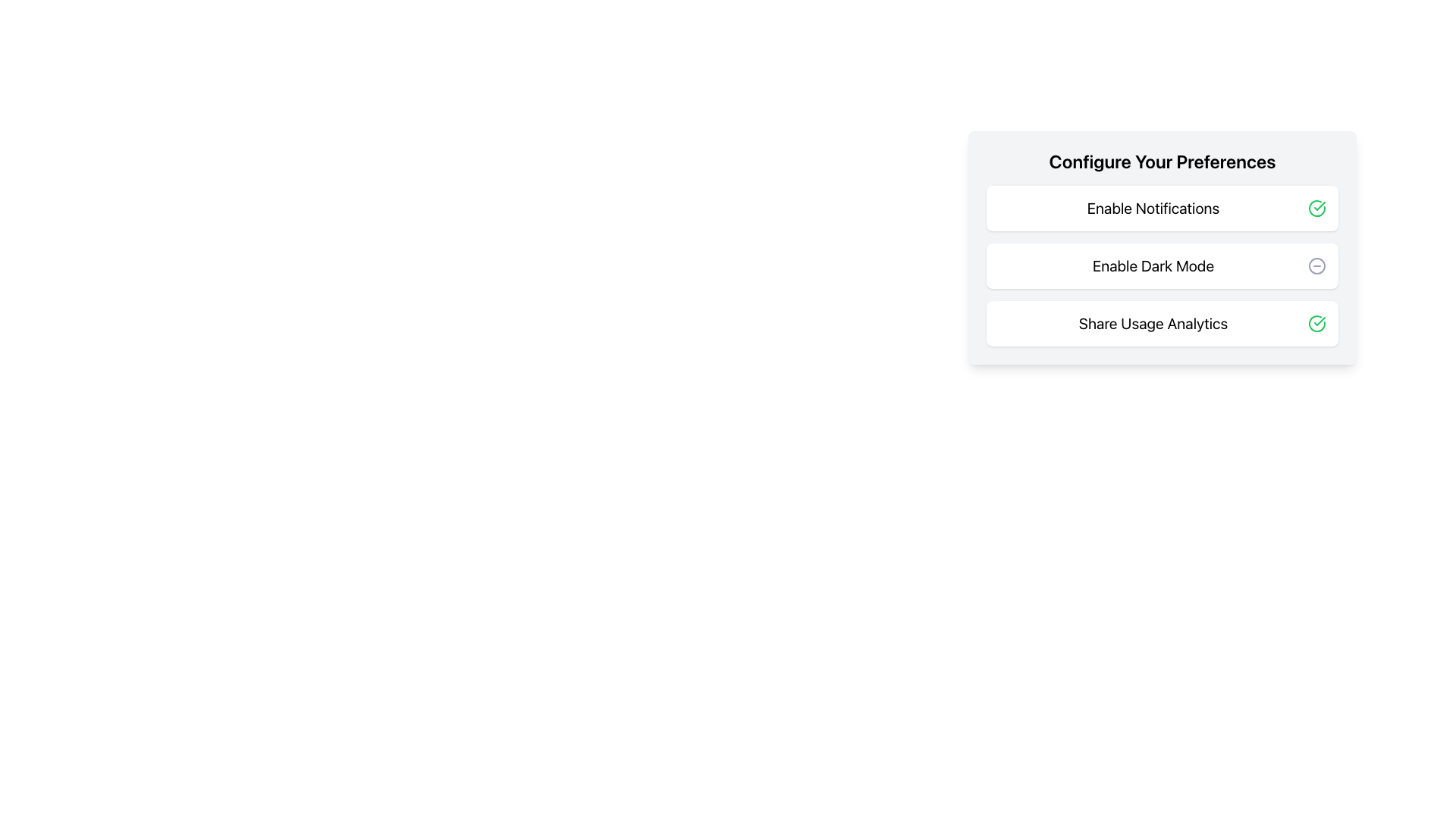 This screenshot has height=819, width=1456. What do you see at coordinates (1316, 265) in the screenshot?
I see `the negative action icon located to the right of the 'Enable Dark Mode' option` at bounding box center [1316, 265].